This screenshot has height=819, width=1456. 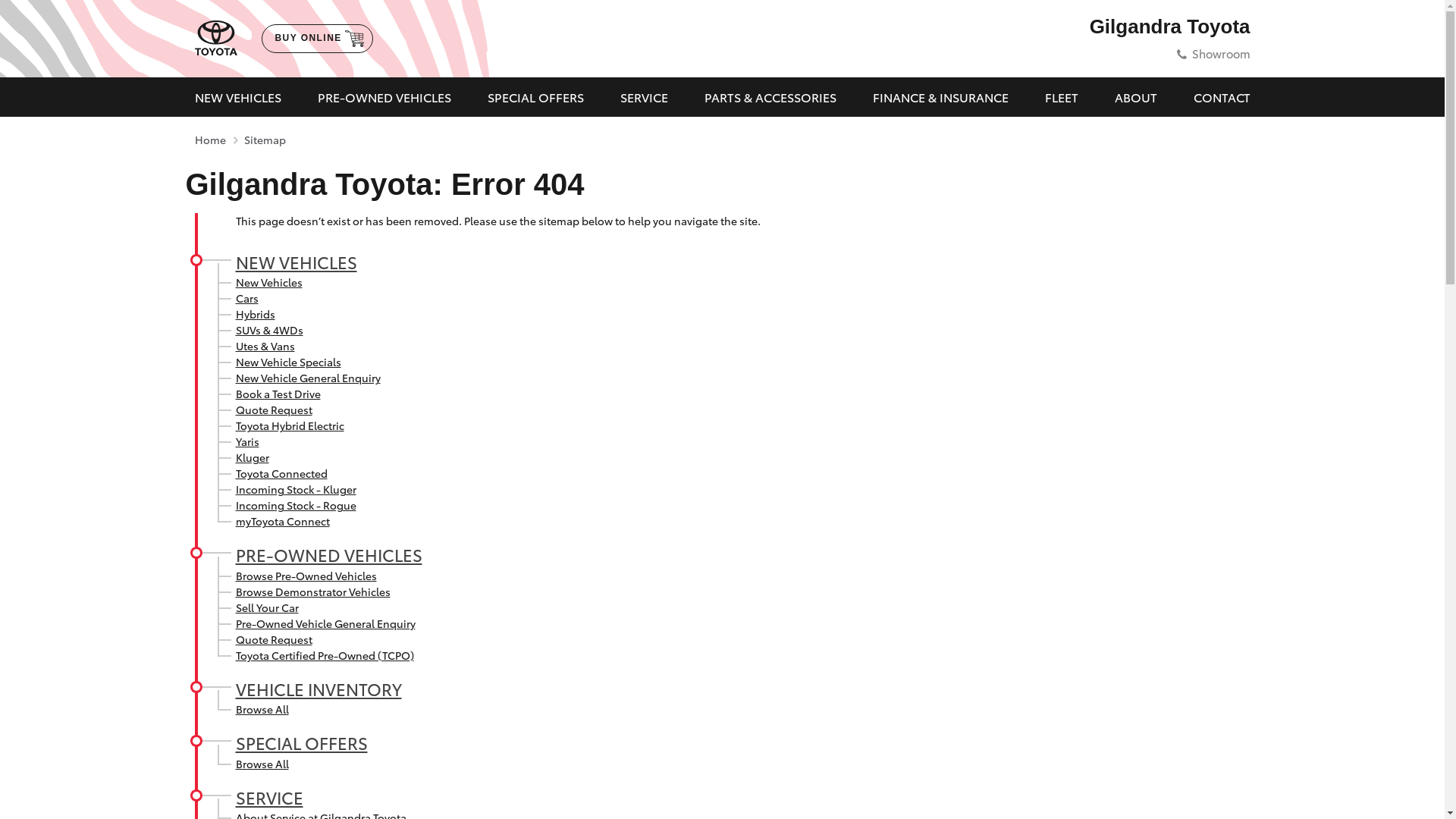 I want to click on 'Kluger', so click(x=251, y=456).